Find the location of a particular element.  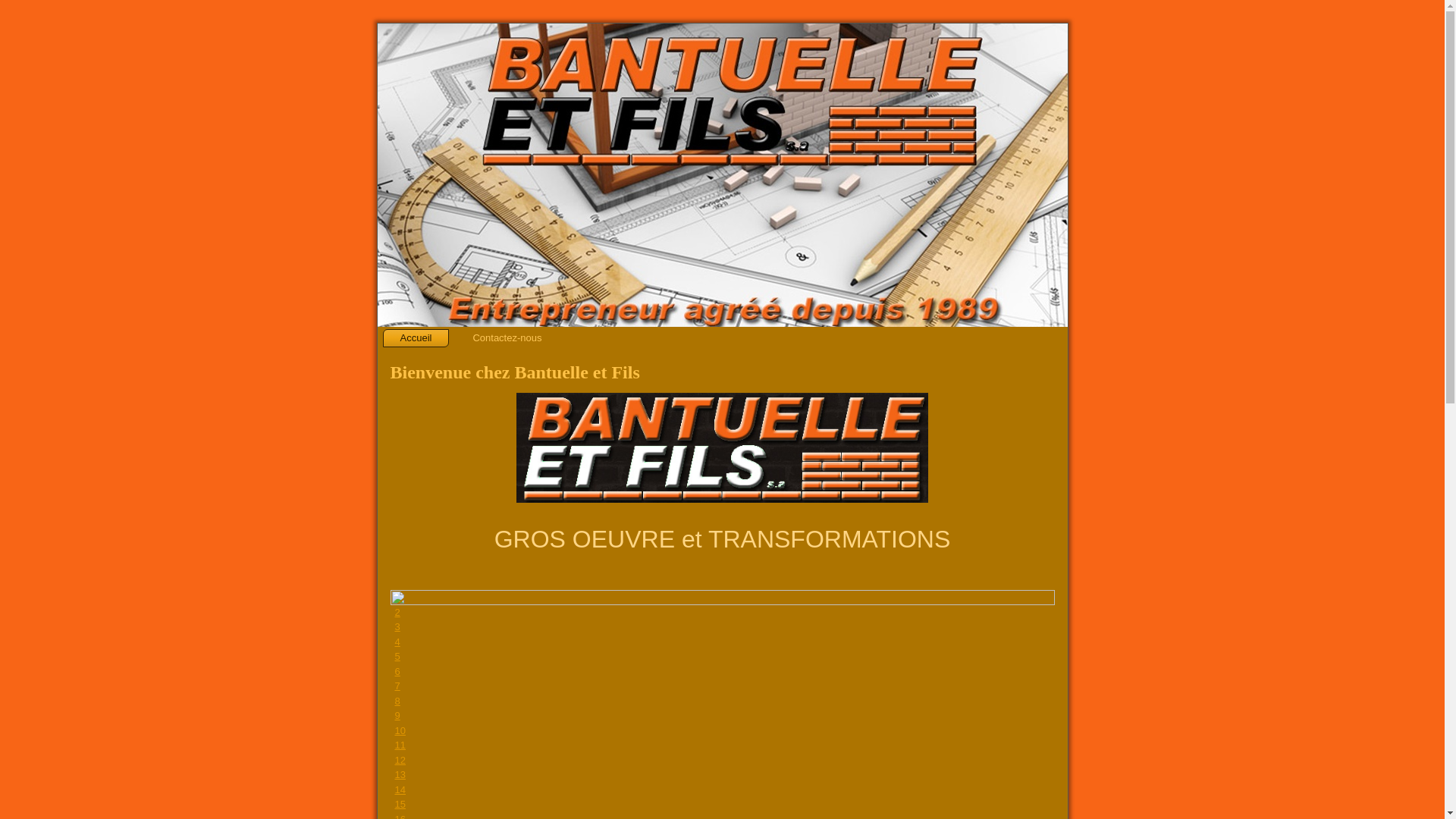

'7' is located at coordinates (397, 686).